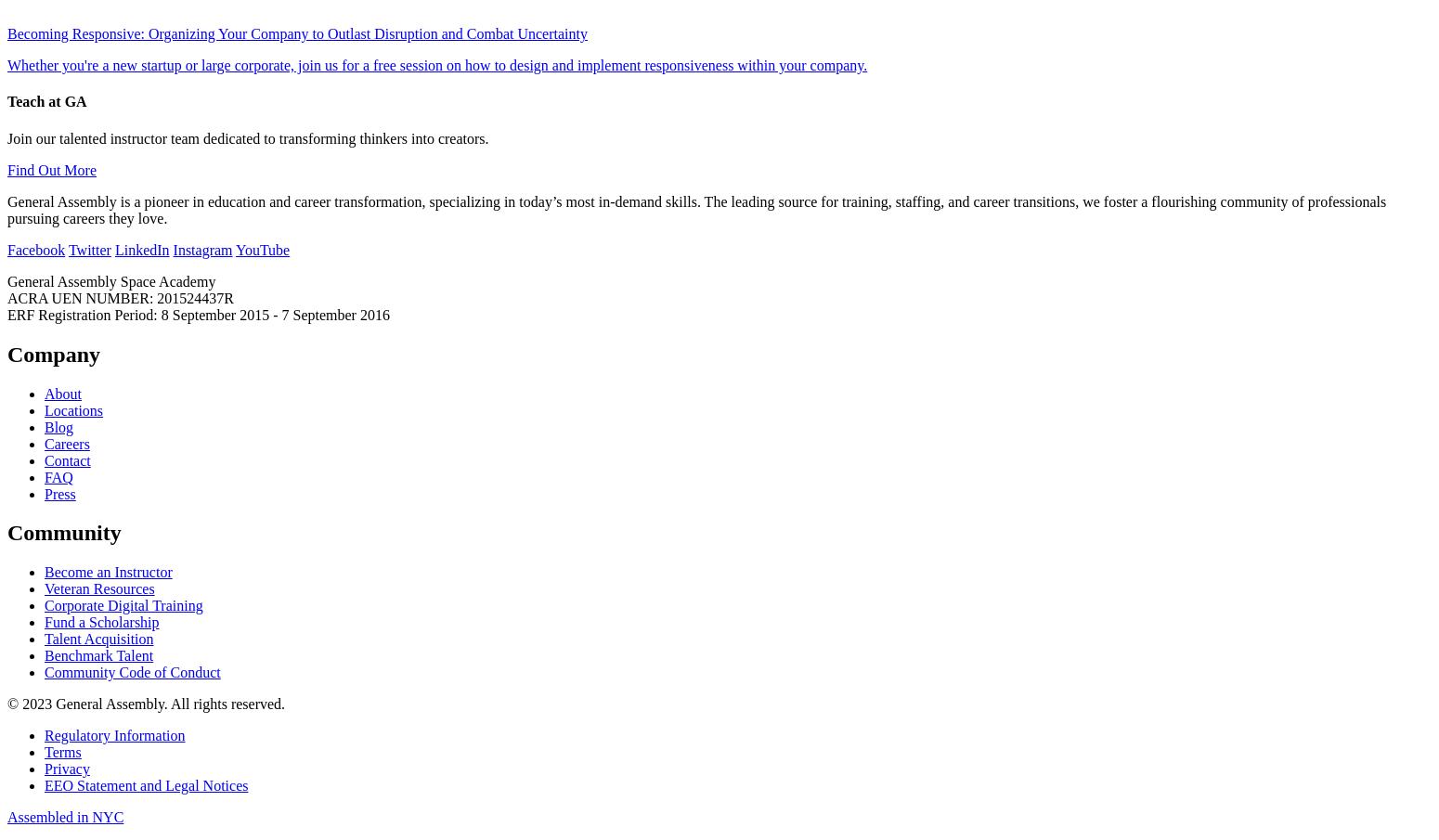  Describe the element at coordinates (296, 32) in the screenshot. I see `'Becoming Responsive: Organizing Your Company to Outlast Disruption and Combat Uncertainty'` at that location.